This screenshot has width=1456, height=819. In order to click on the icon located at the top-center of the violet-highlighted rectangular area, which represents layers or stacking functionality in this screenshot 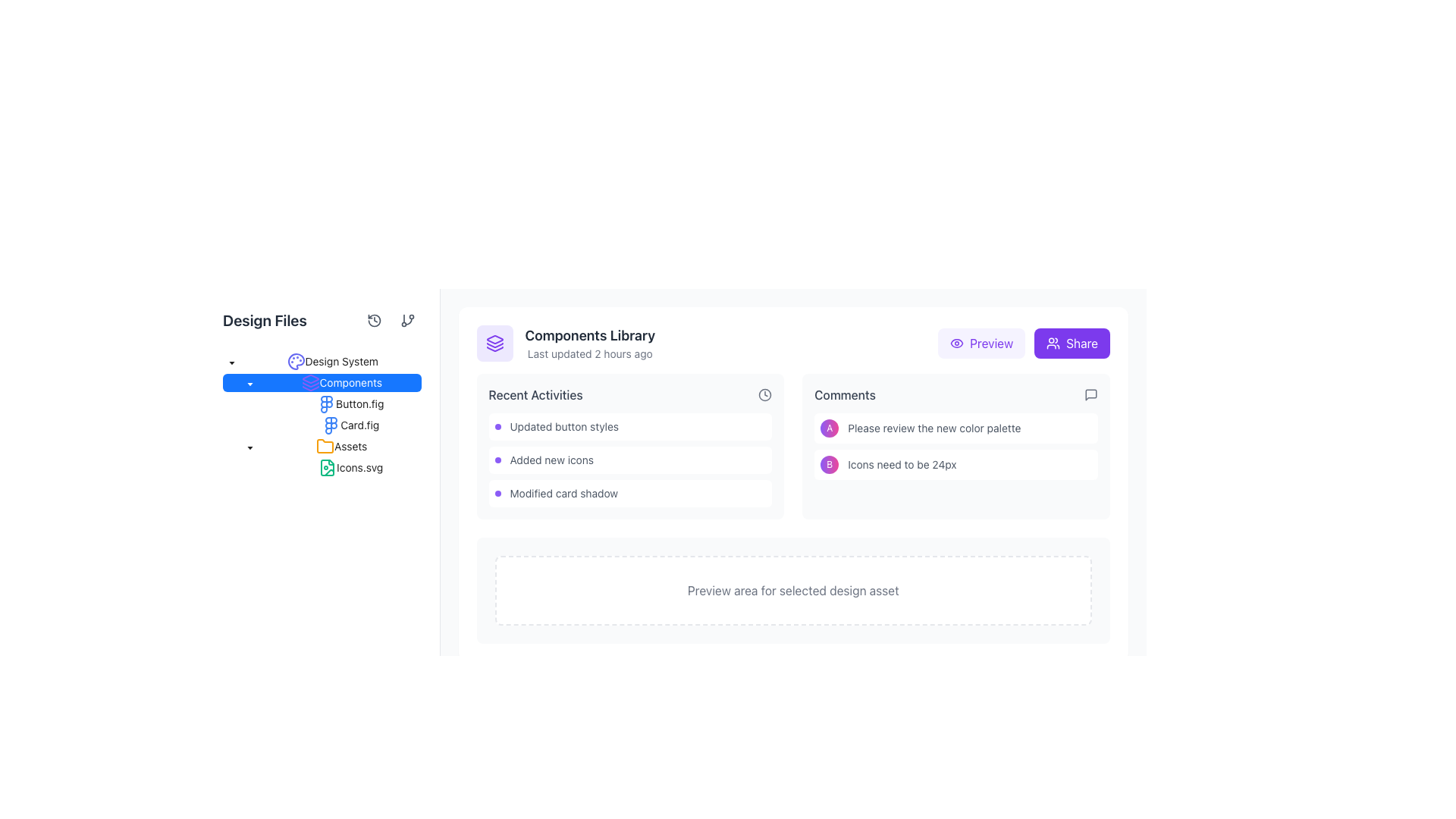, I will do `click(494, 343)`.